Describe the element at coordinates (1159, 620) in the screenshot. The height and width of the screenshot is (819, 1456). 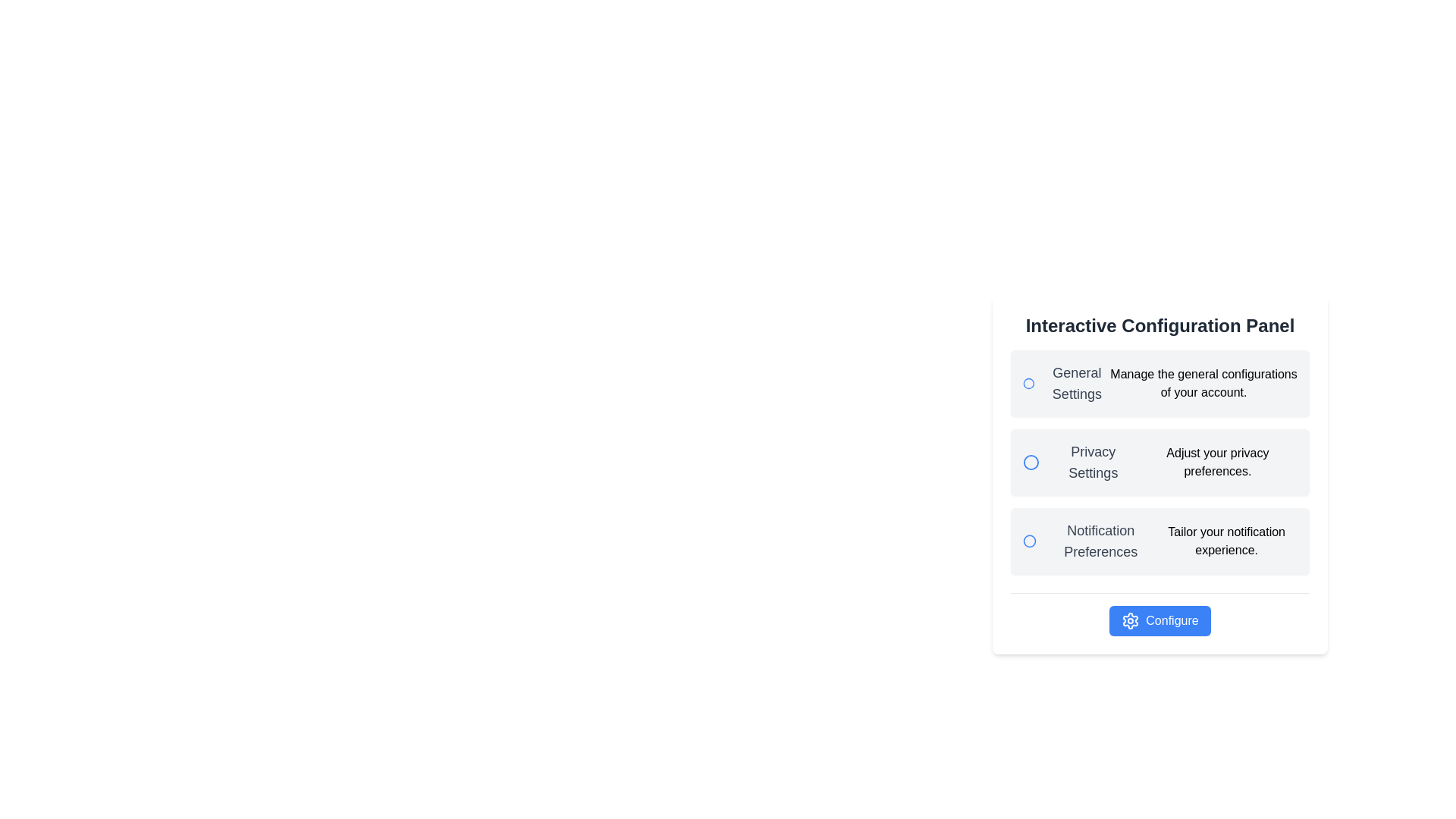
I see `the blue rectangular button labeled 'Configure' with a gear icon` at that location.